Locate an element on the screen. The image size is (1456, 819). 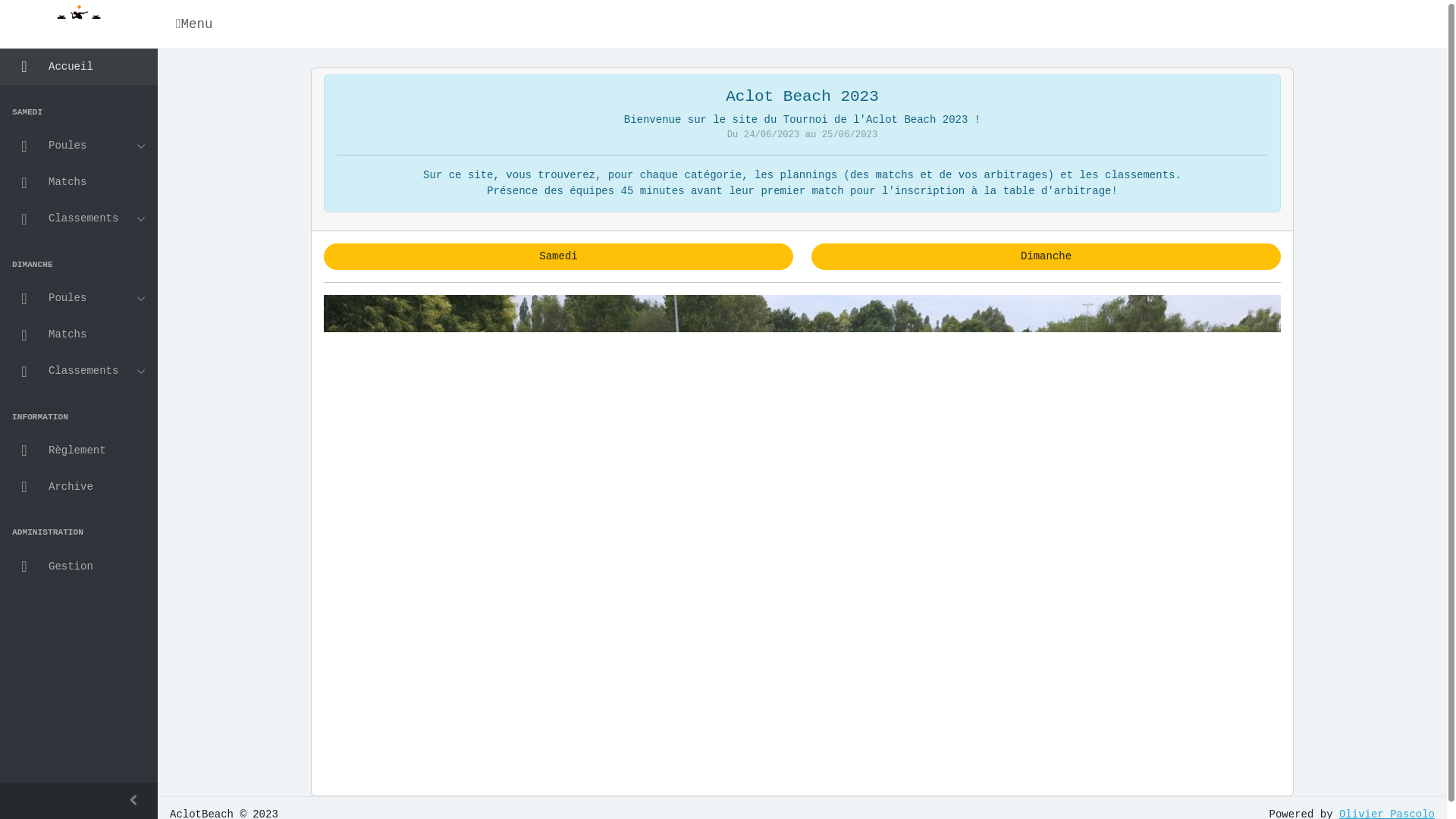
'Archive' is located at coordinates (78, 486).